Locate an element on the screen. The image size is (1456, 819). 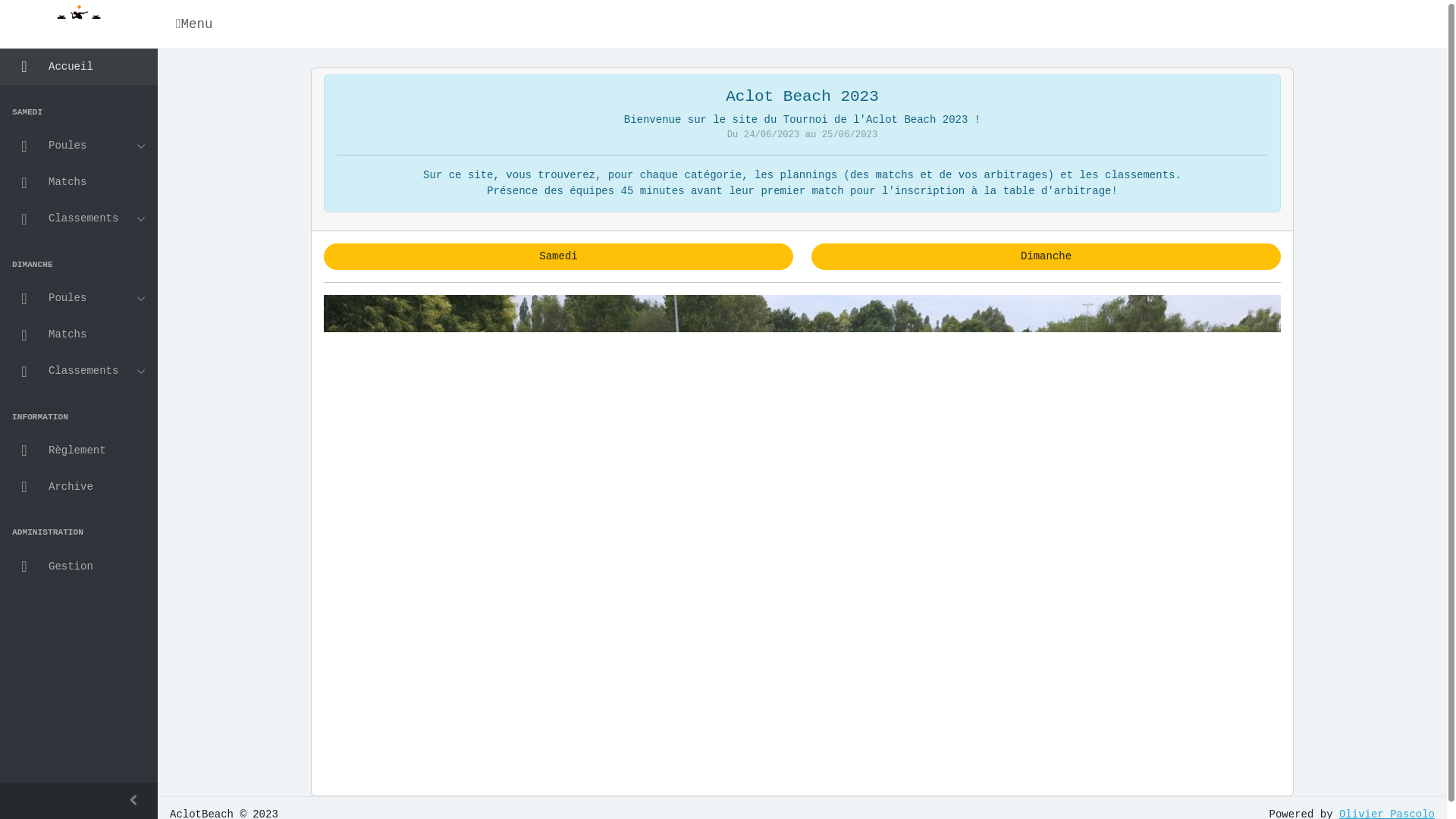
'Archive' is located at coordinates (78, 486).